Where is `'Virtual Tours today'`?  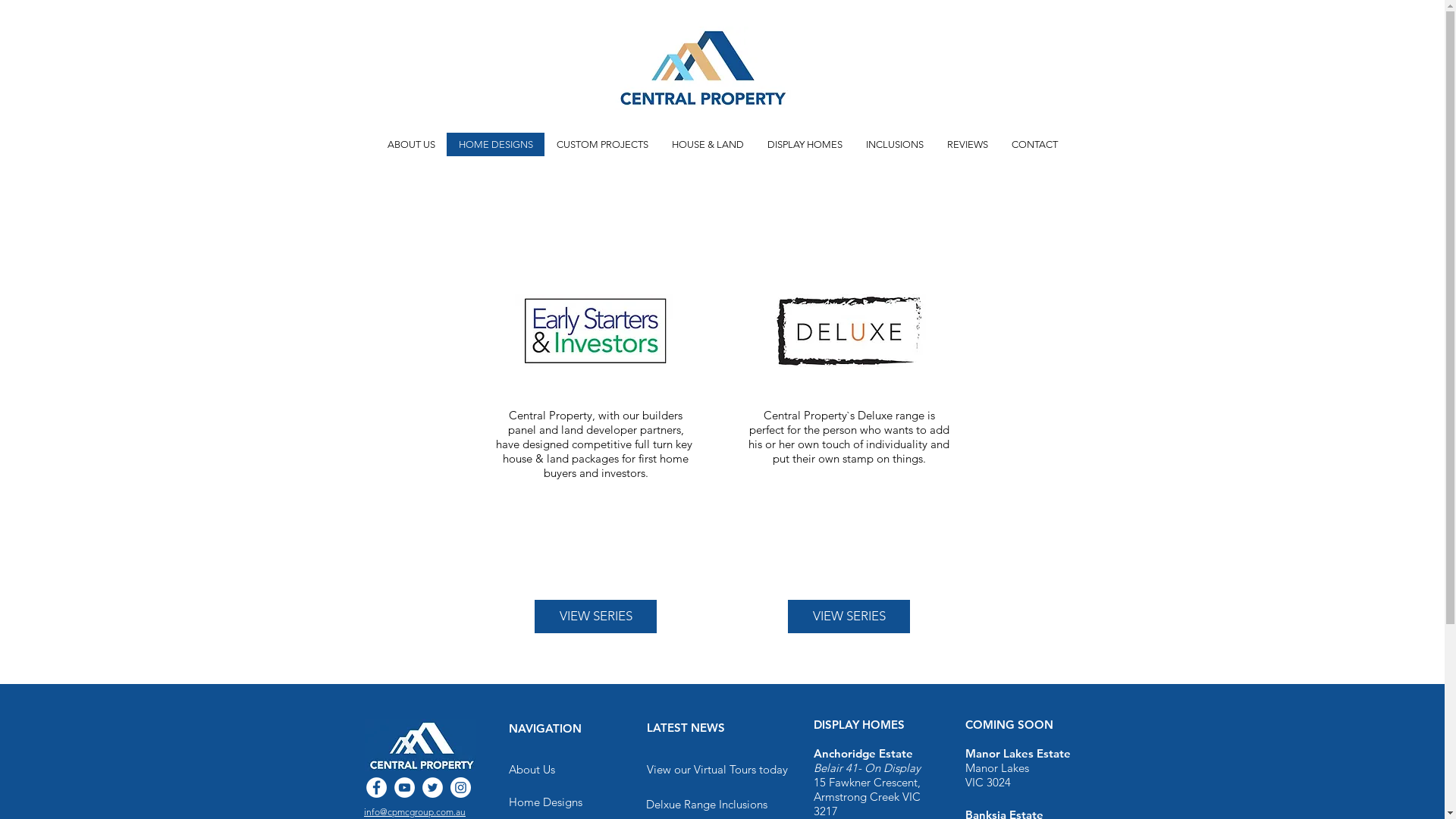
'Virtual Tours today' is located at coordinates (739, 769).